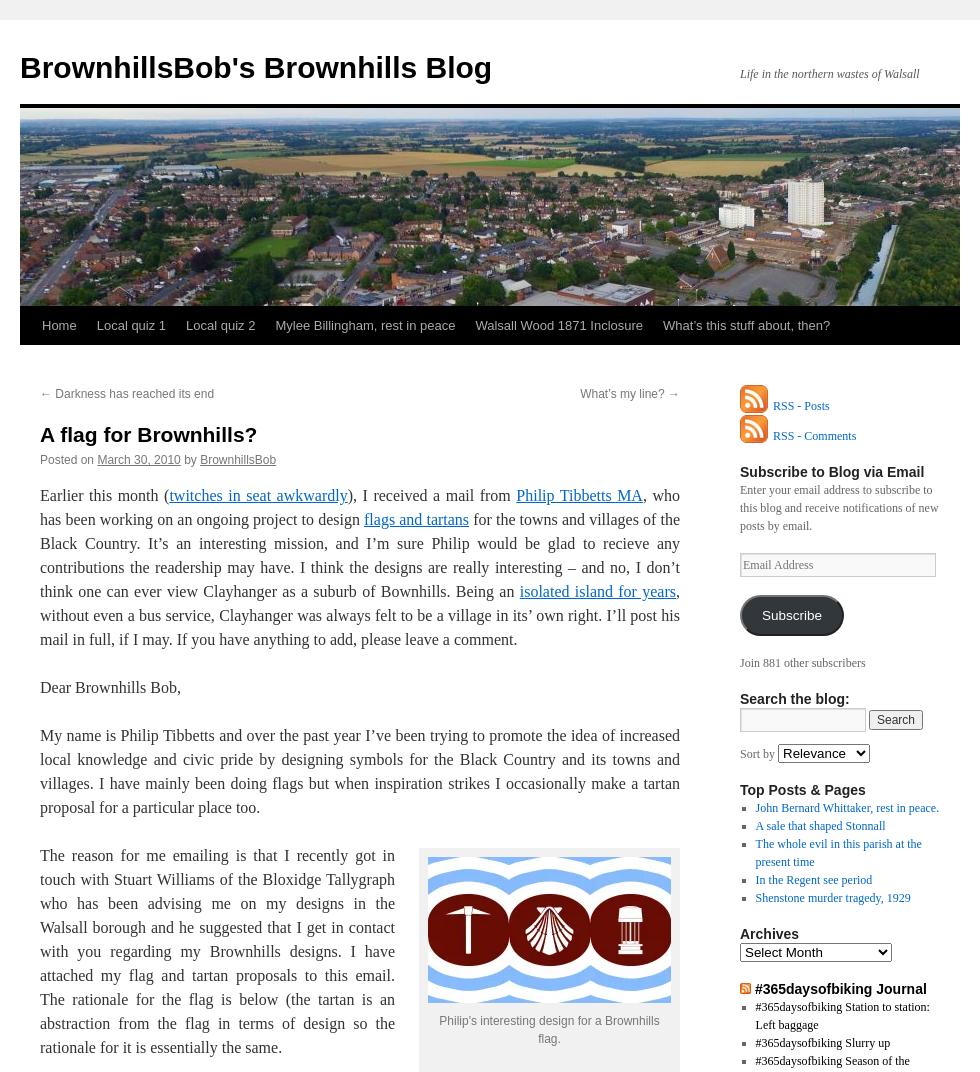  I want to click on 'Sort by', so click(739, 754).